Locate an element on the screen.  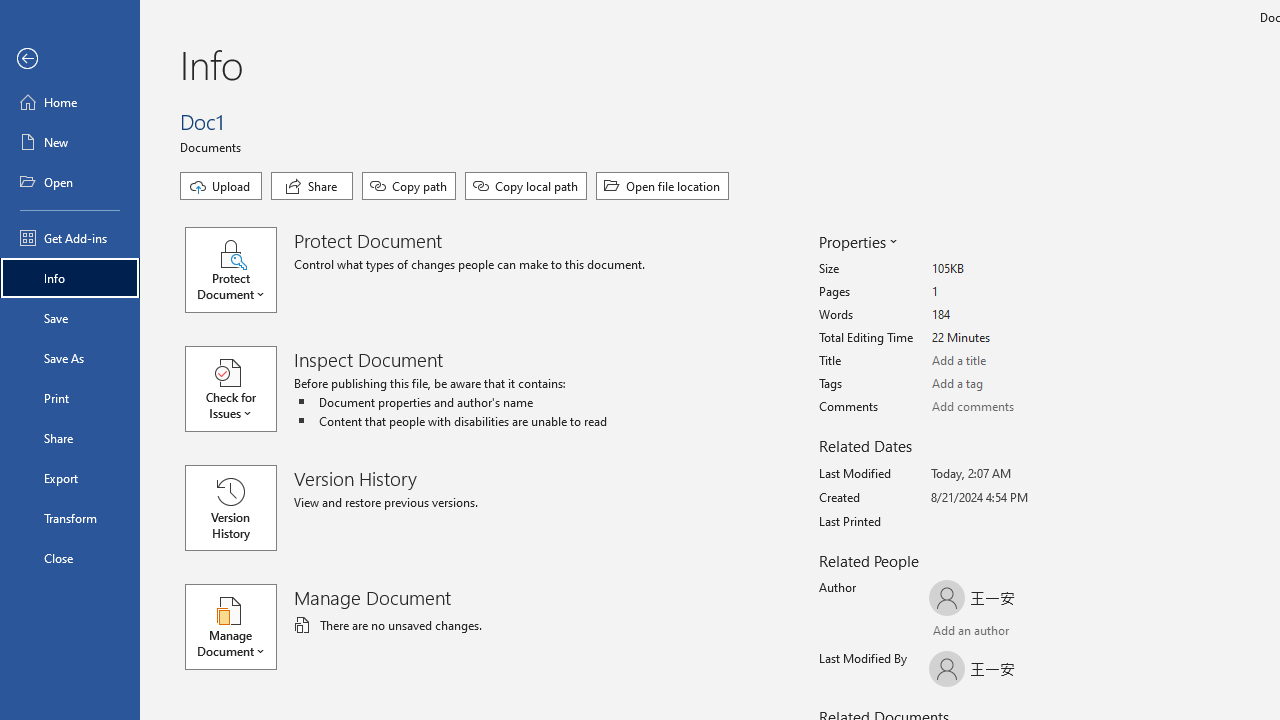
'Properties' is located at coordinates (856, 240).